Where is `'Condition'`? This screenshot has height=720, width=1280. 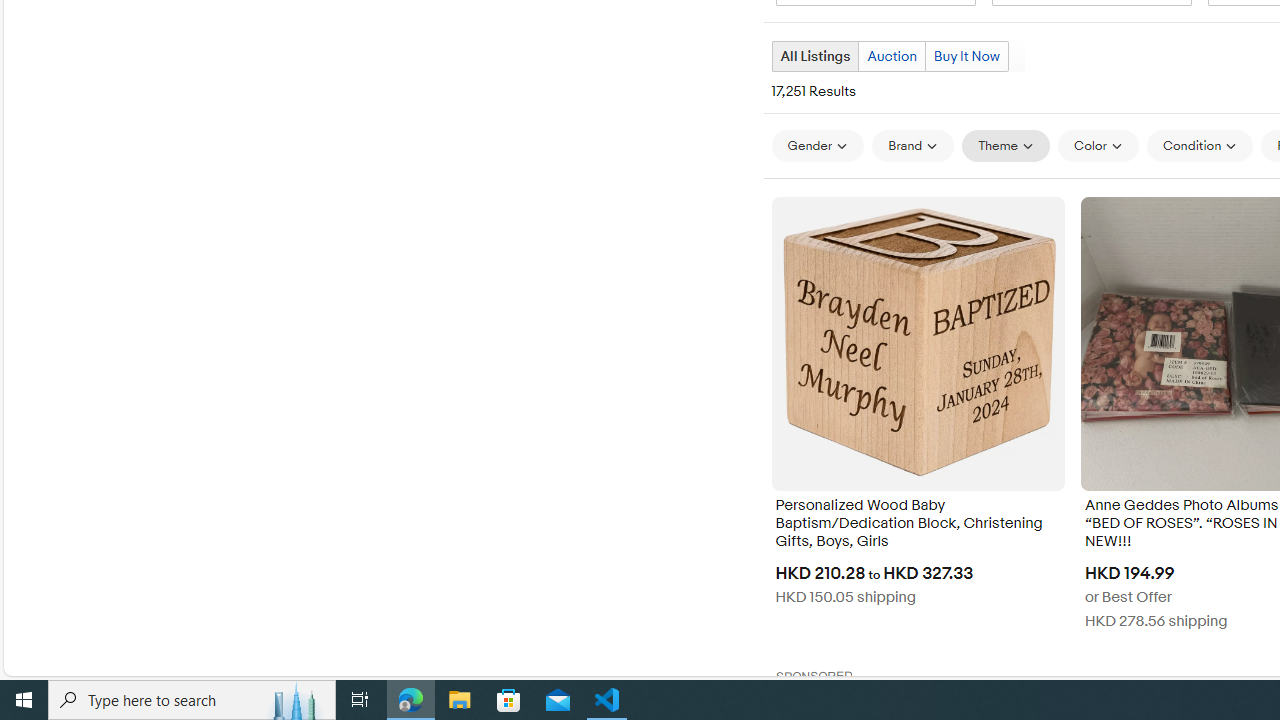 'Condition' is located at coordinates (1200, 145).